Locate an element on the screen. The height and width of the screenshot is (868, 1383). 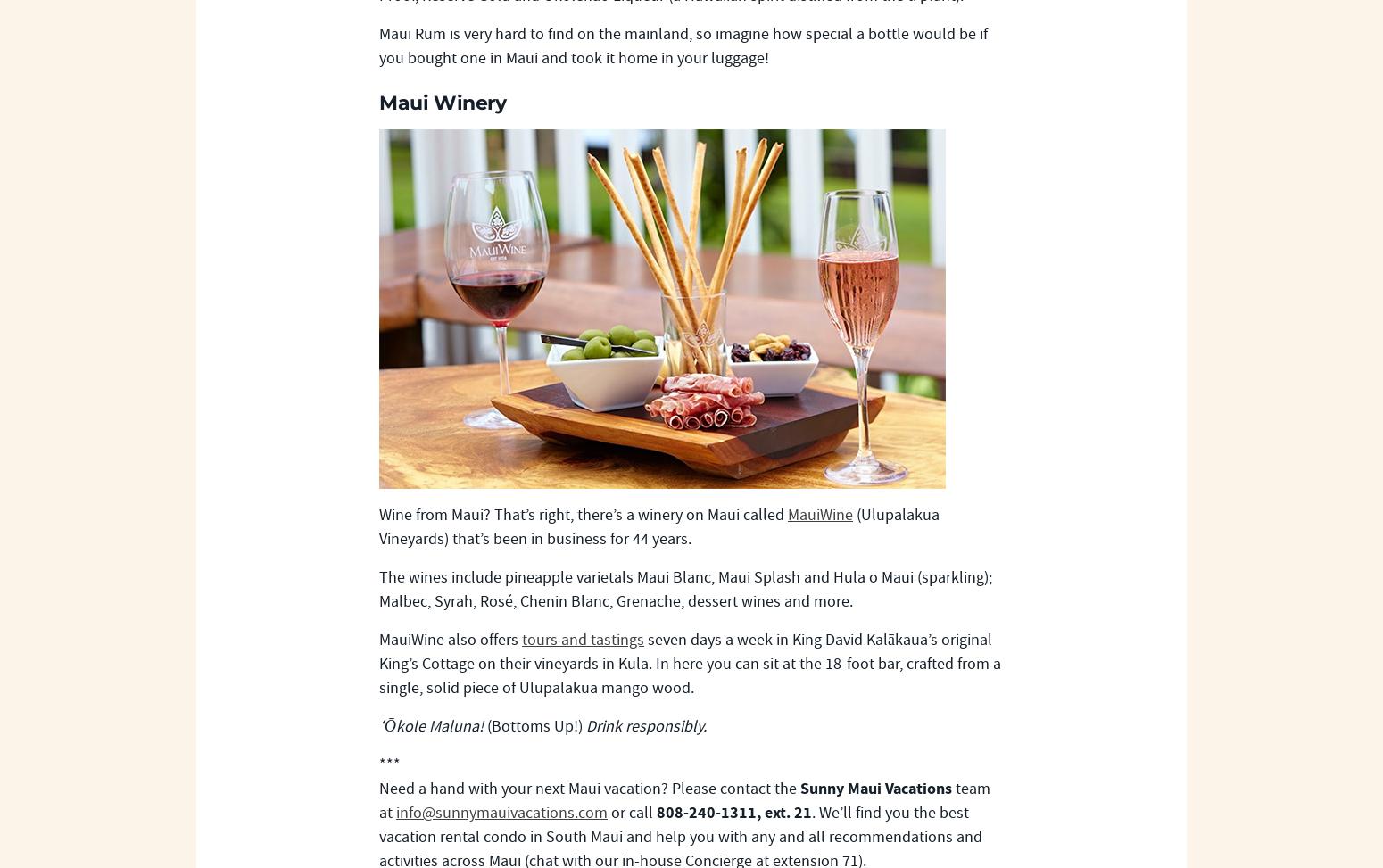
'seven days a week in King David Kalākaua’s original King’s Cottage on their vineyards in Kula. In here you can sit at the 18-foot bar, crafted from a single, solid piece of Ulupalakua mango wood.' is located at coordinates (690, 664).